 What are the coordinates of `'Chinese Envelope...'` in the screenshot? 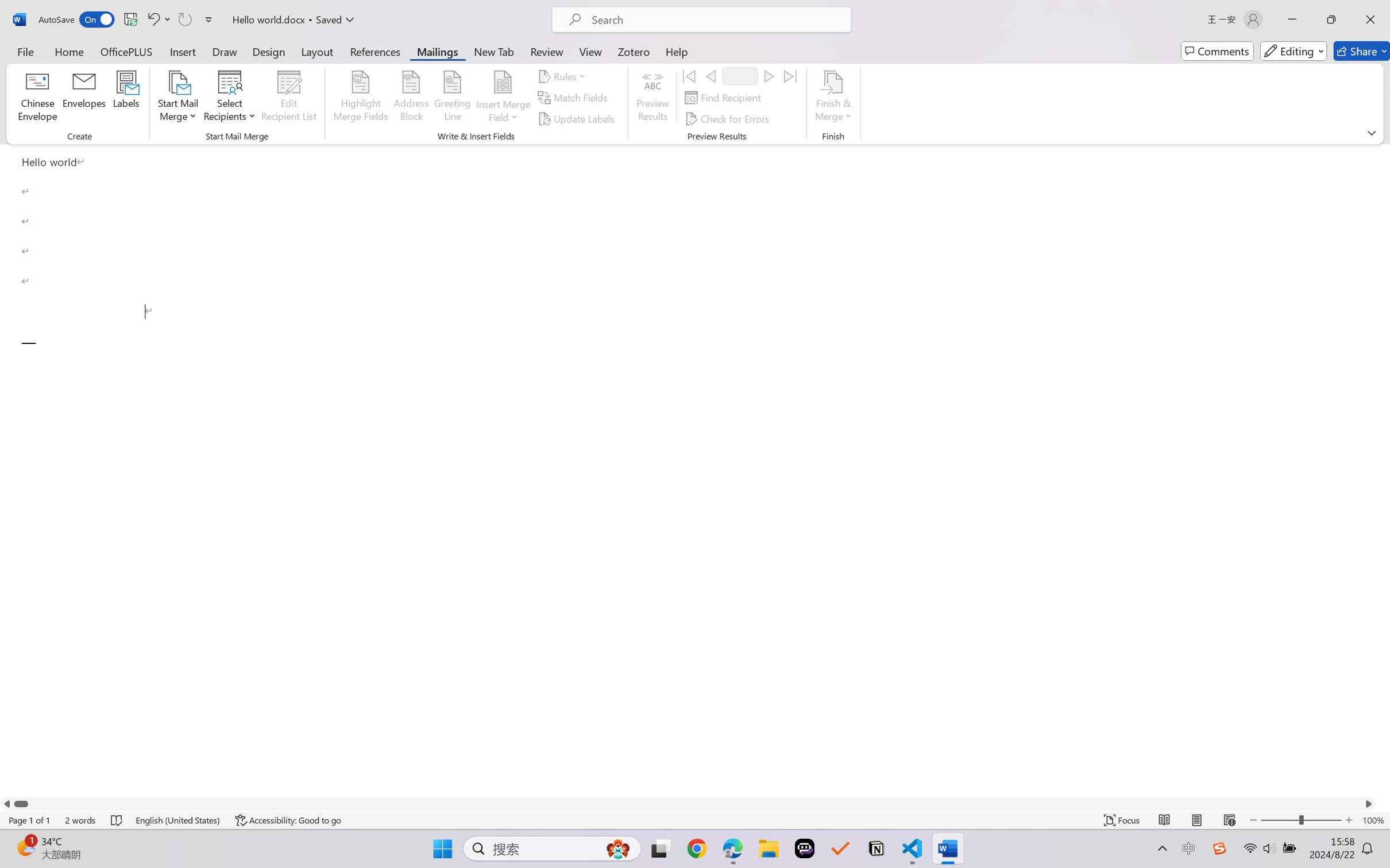 It's located at (37, 98).